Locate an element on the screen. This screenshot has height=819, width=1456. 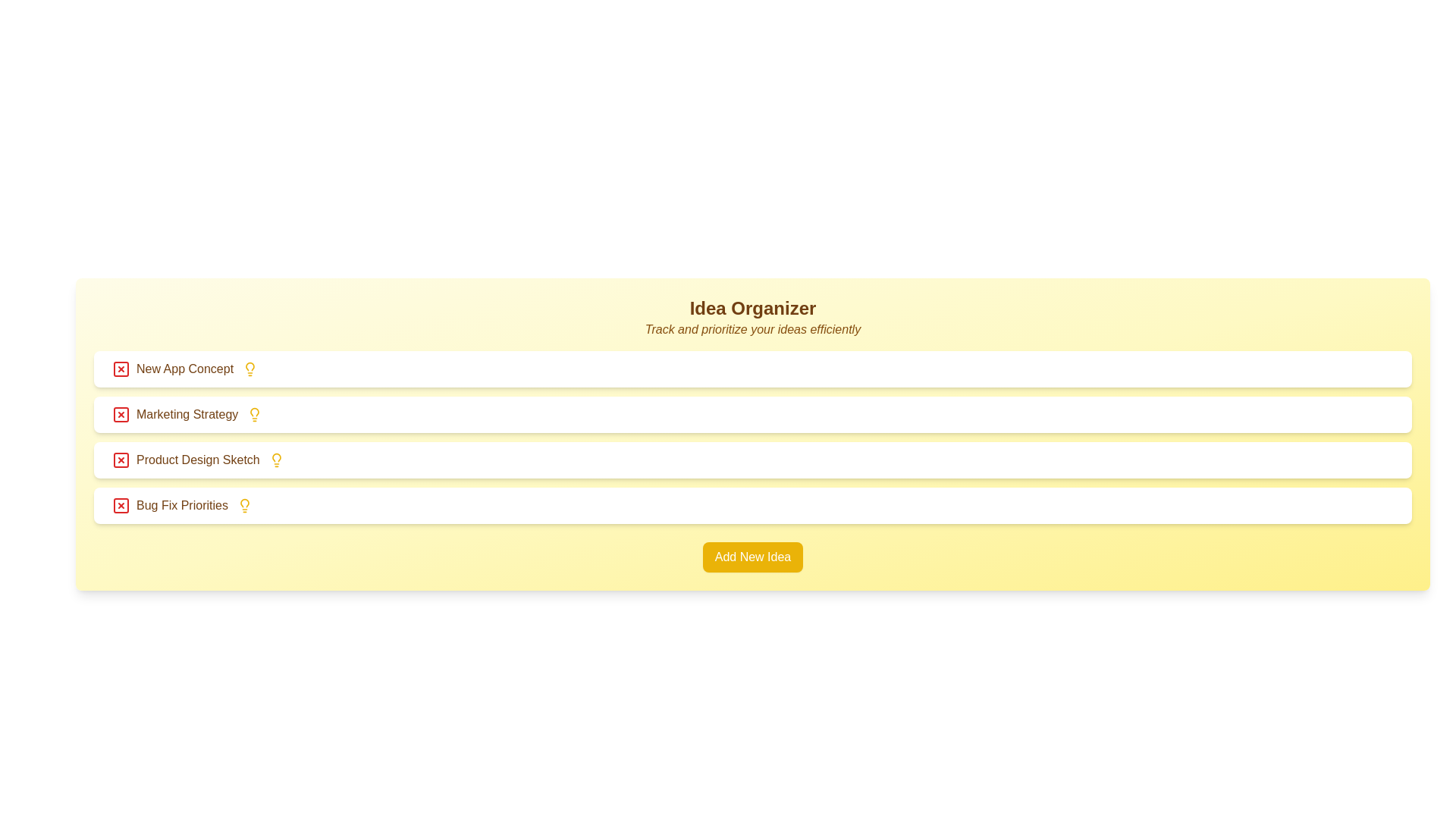
the 'Add New Idea' button to add a new idea is located at coordinates (753, 557).